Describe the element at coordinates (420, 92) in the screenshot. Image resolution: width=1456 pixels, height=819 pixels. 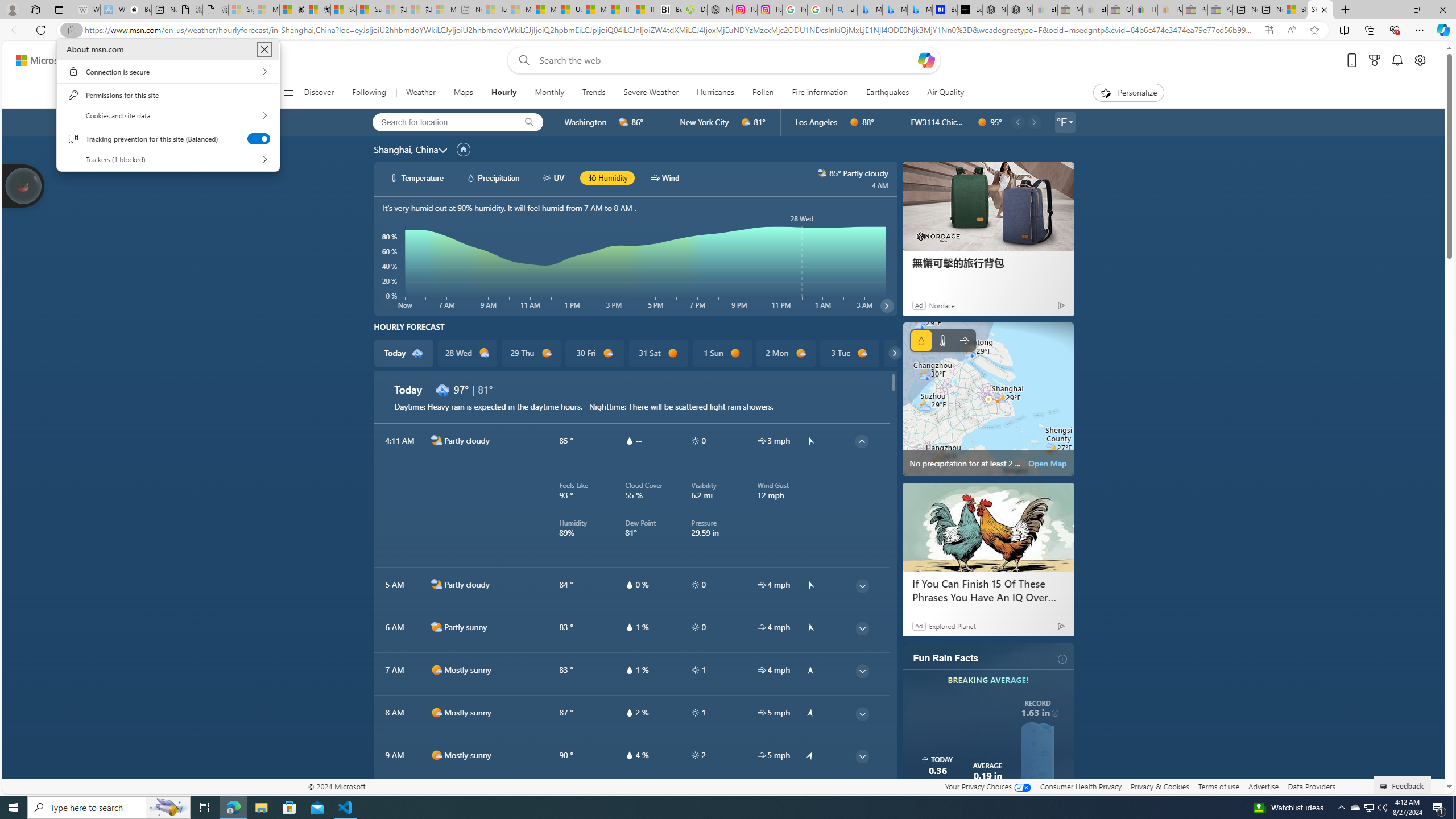
I see `'Weather'` at that location.